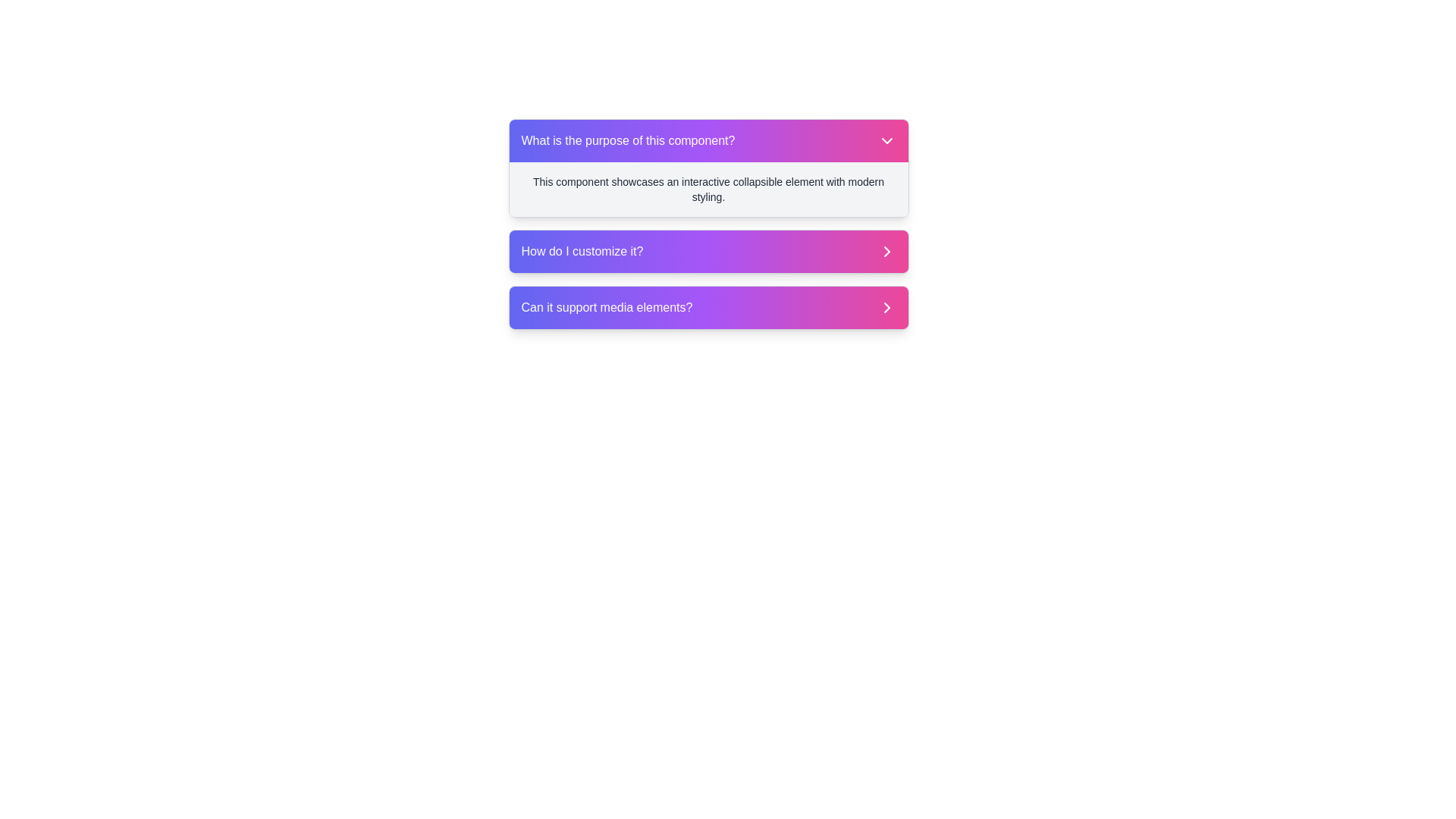 The width and height of the screenshot is (1456, 819). Describe the element at coordinates (708, 140) in the screenshot. I see `the Collapsible Header that contains the text 'What is the purpose of this component?' and a chevron-down icon, which is a gradient-styled element located at the top of a vertical stack of components` at that location.